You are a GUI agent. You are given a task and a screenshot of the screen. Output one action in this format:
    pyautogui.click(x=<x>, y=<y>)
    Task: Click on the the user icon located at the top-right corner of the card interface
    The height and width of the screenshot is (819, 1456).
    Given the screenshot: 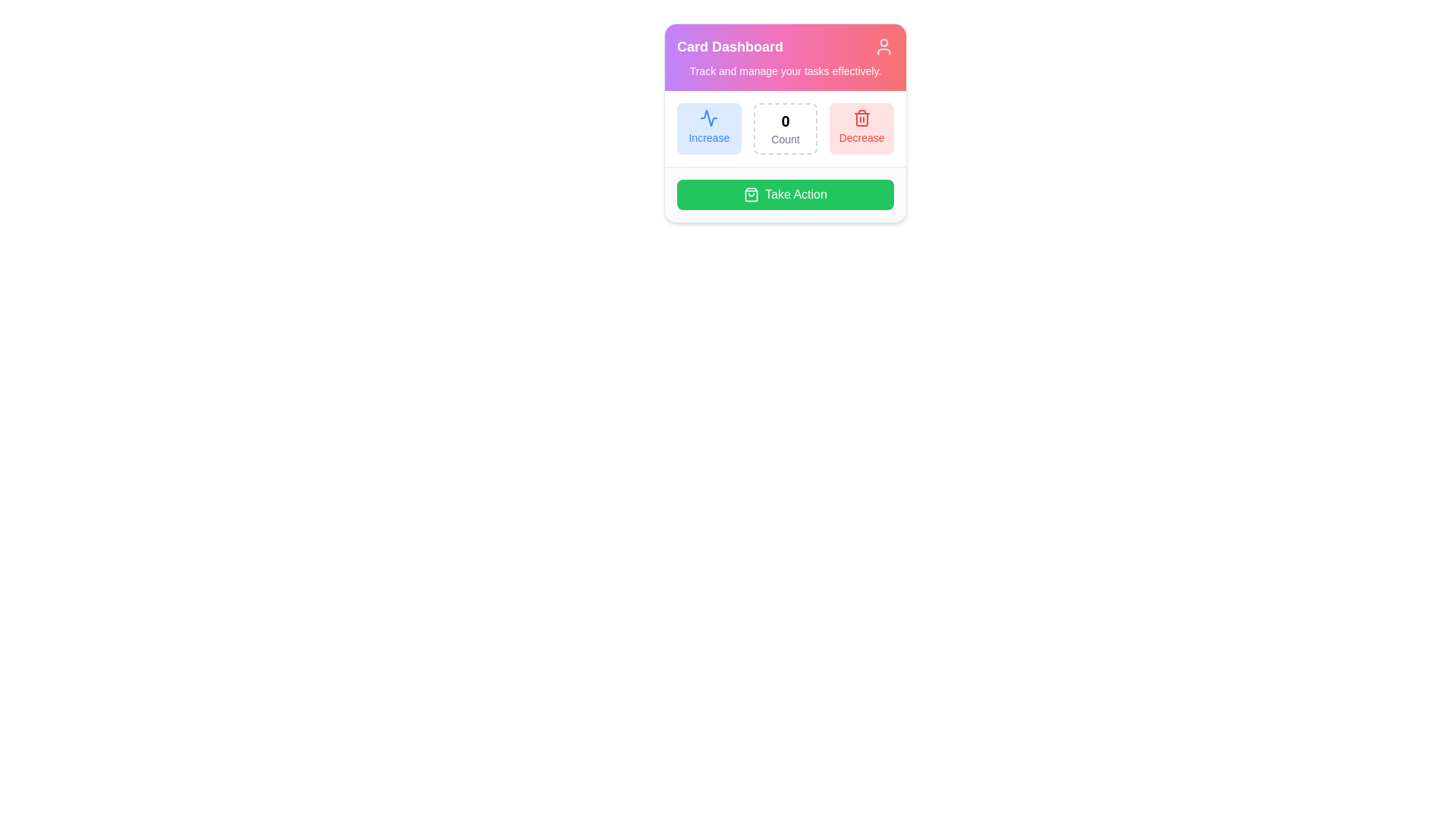 What is the action you would take?
    pyautogui.click(x=884, y=45)
    